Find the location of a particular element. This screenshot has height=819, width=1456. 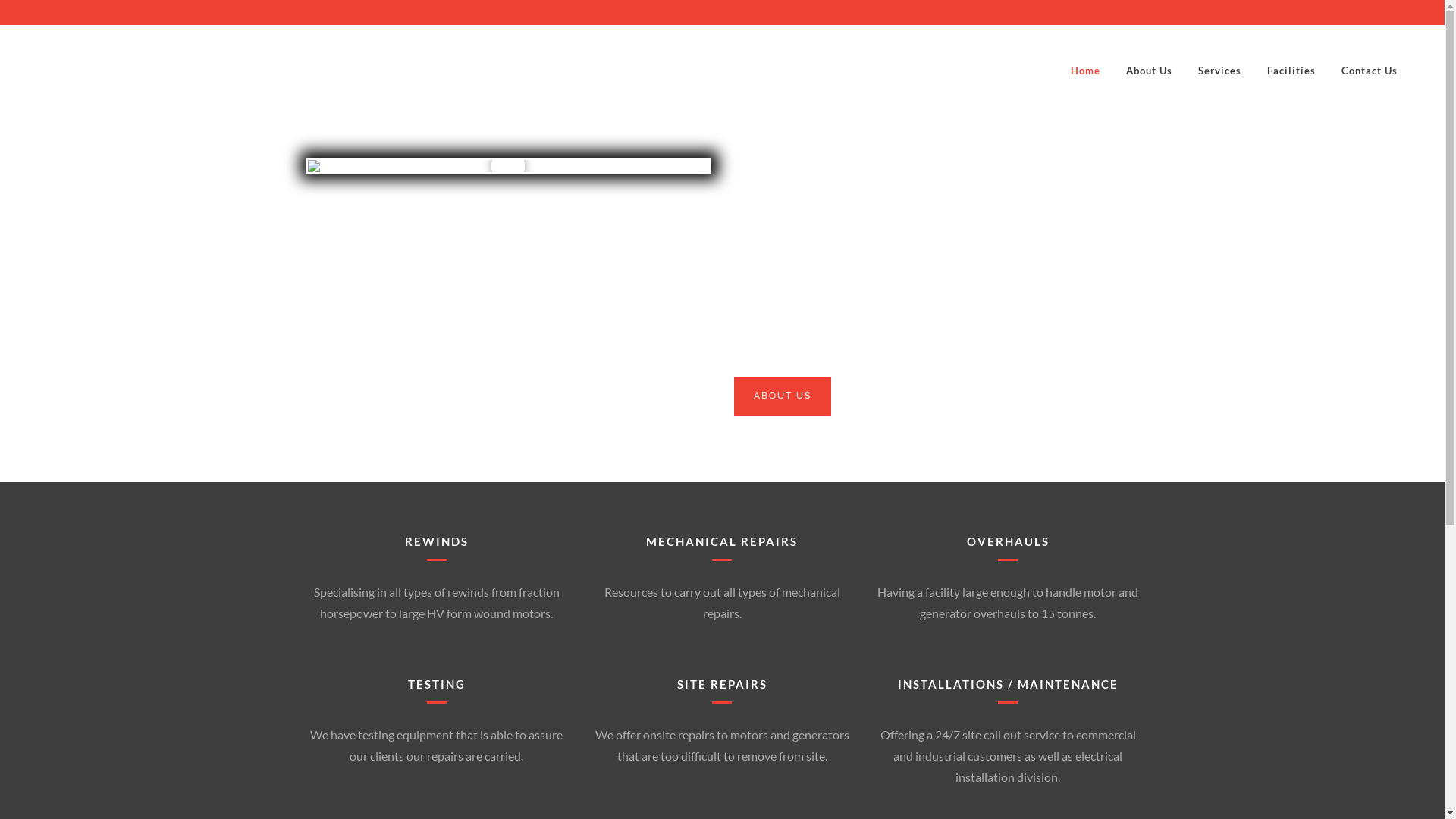

'Services' is located at coordinates (1219, 70).